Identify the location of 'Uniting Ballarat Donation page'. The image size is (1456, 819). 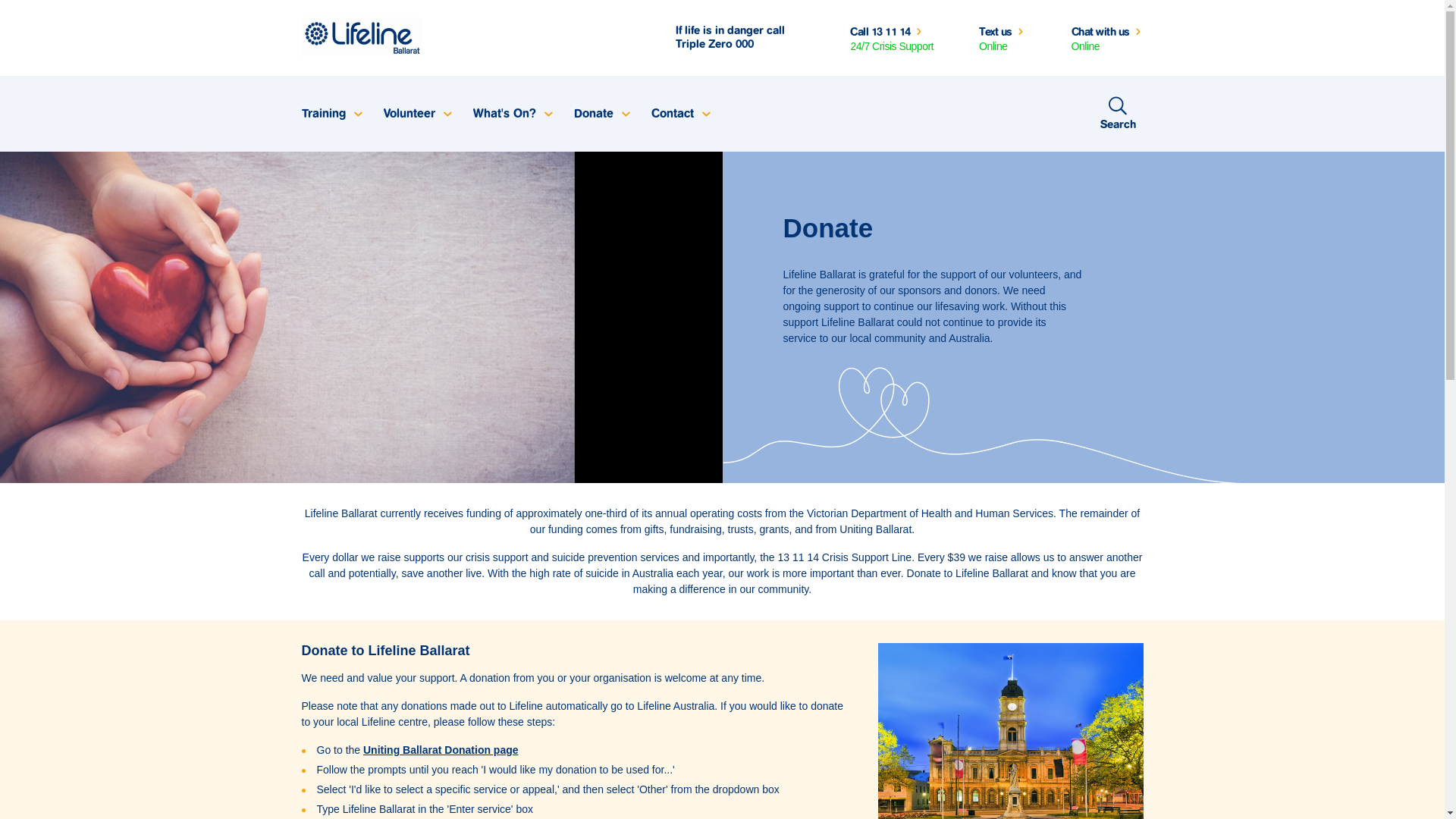
(440, 748).